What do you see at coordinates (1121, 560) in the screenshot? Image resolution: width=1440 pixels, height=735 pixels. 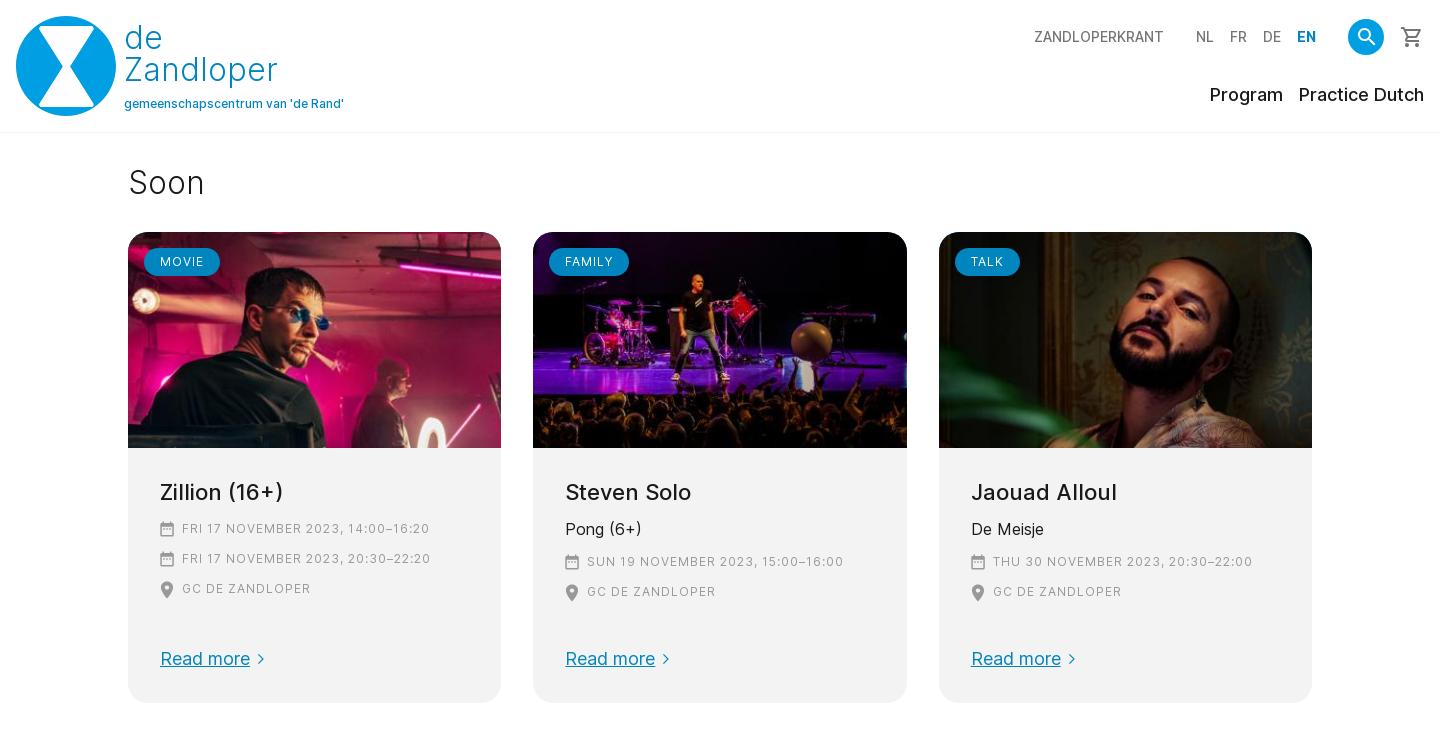 I see `'Thu 30 November 2023, 20:30–22:00'` at bounding box center [1121, 560].